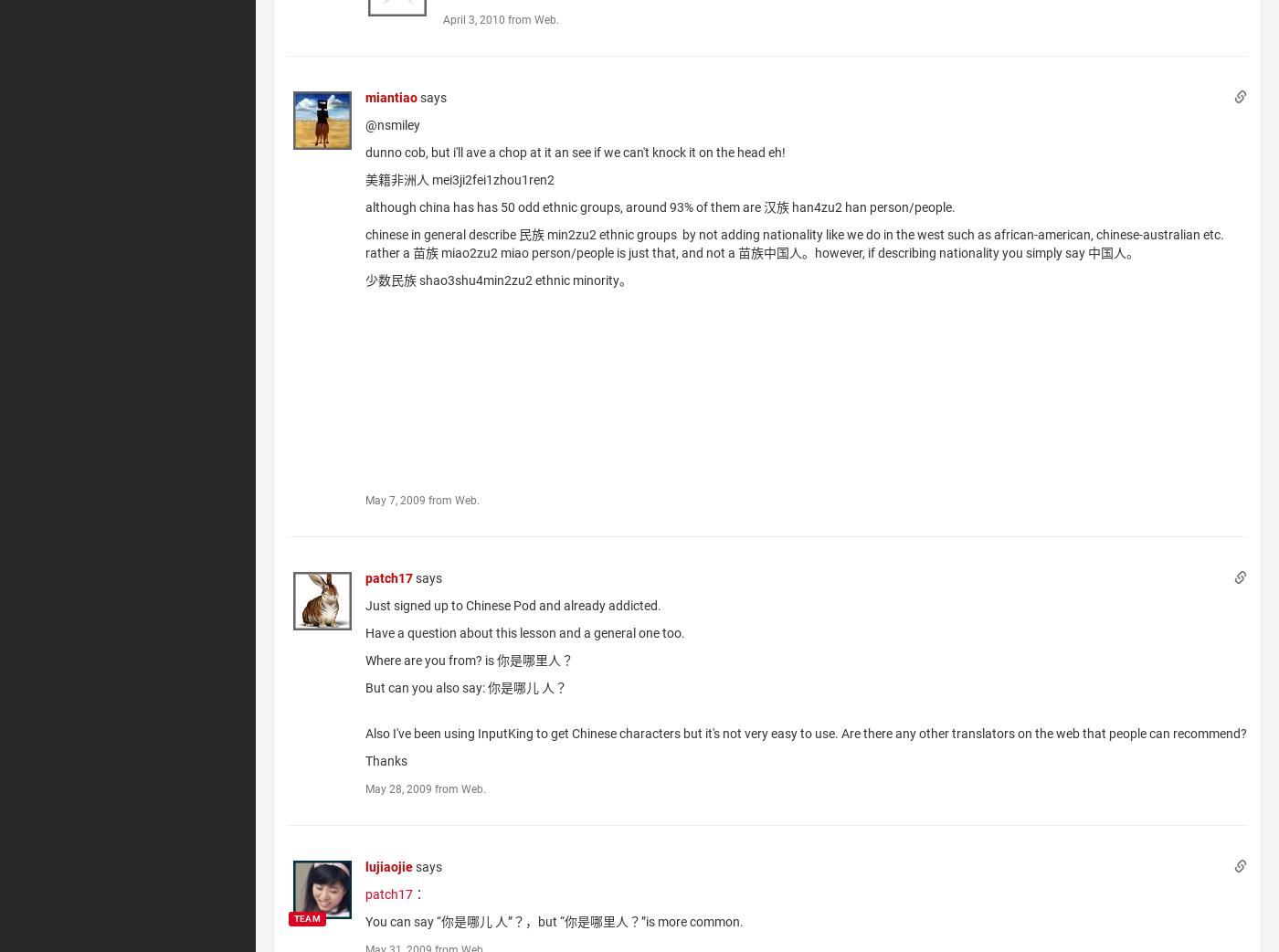 This screenshot has width=1279, height=952. What do you see at coordinates (628, 921) in the screenshot?
I see `'？”is more common.'` at bounding box center [628, 921].